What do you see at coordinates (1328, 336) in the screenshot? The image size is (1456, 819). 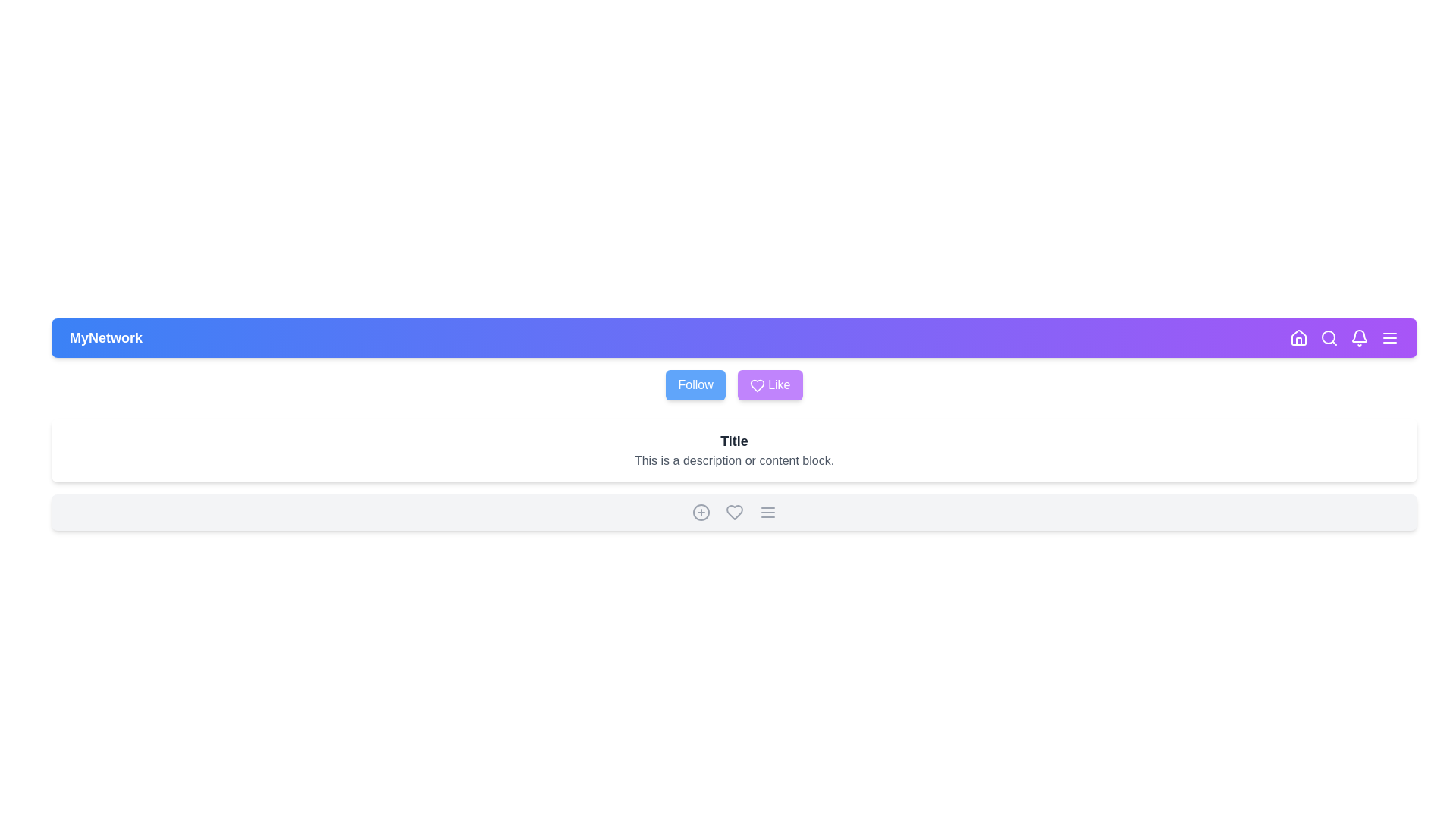 I see `the search icon by clicking on the circular lens portion of the magnifying glass located in the top-right navigation bar` at bounding box center [1328, 336].